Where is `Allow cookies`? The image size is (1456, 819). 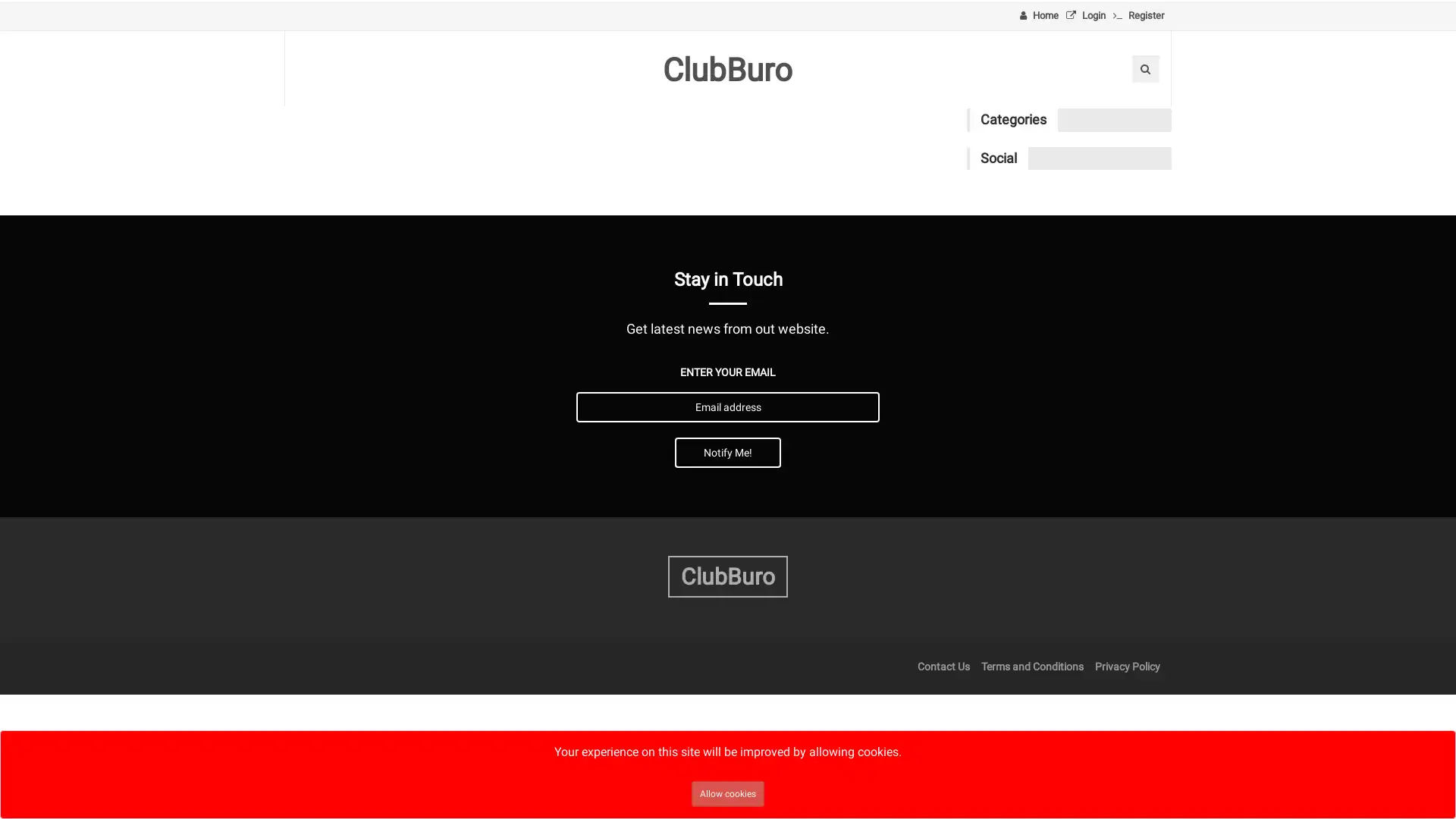 Allow cookies is located at coordinates (728, 792).